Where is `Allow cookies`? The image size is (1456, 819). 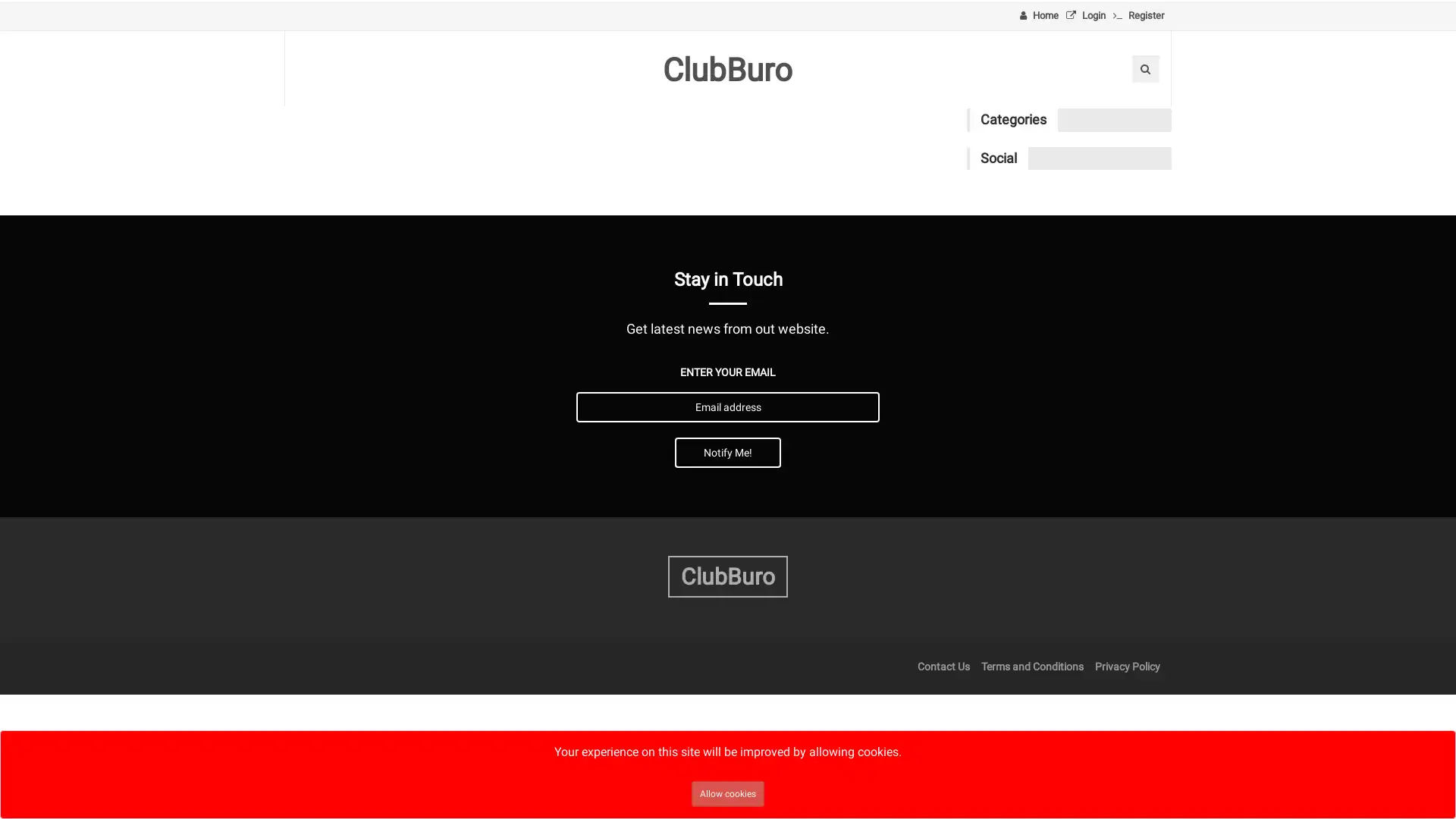 Allow cookies is located at coordinates (728, 792).